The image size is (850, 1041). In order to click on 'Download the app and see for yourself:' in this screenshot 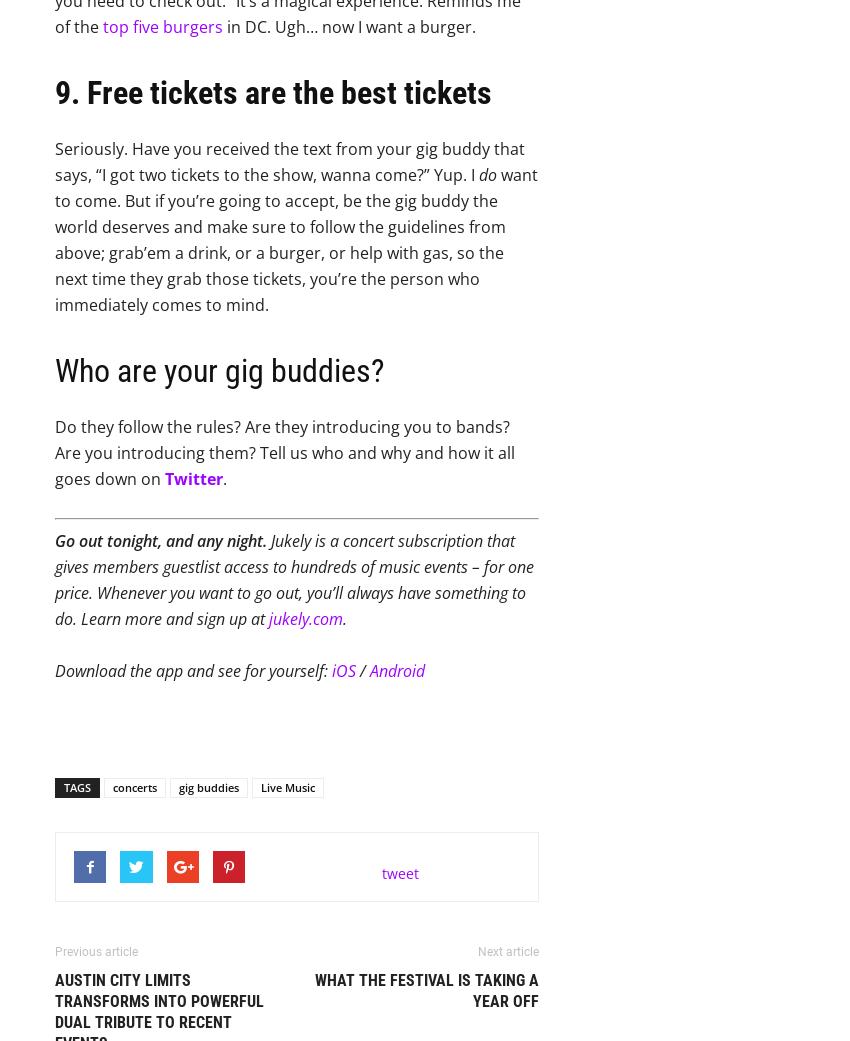, I will do `click(192, 670)`.